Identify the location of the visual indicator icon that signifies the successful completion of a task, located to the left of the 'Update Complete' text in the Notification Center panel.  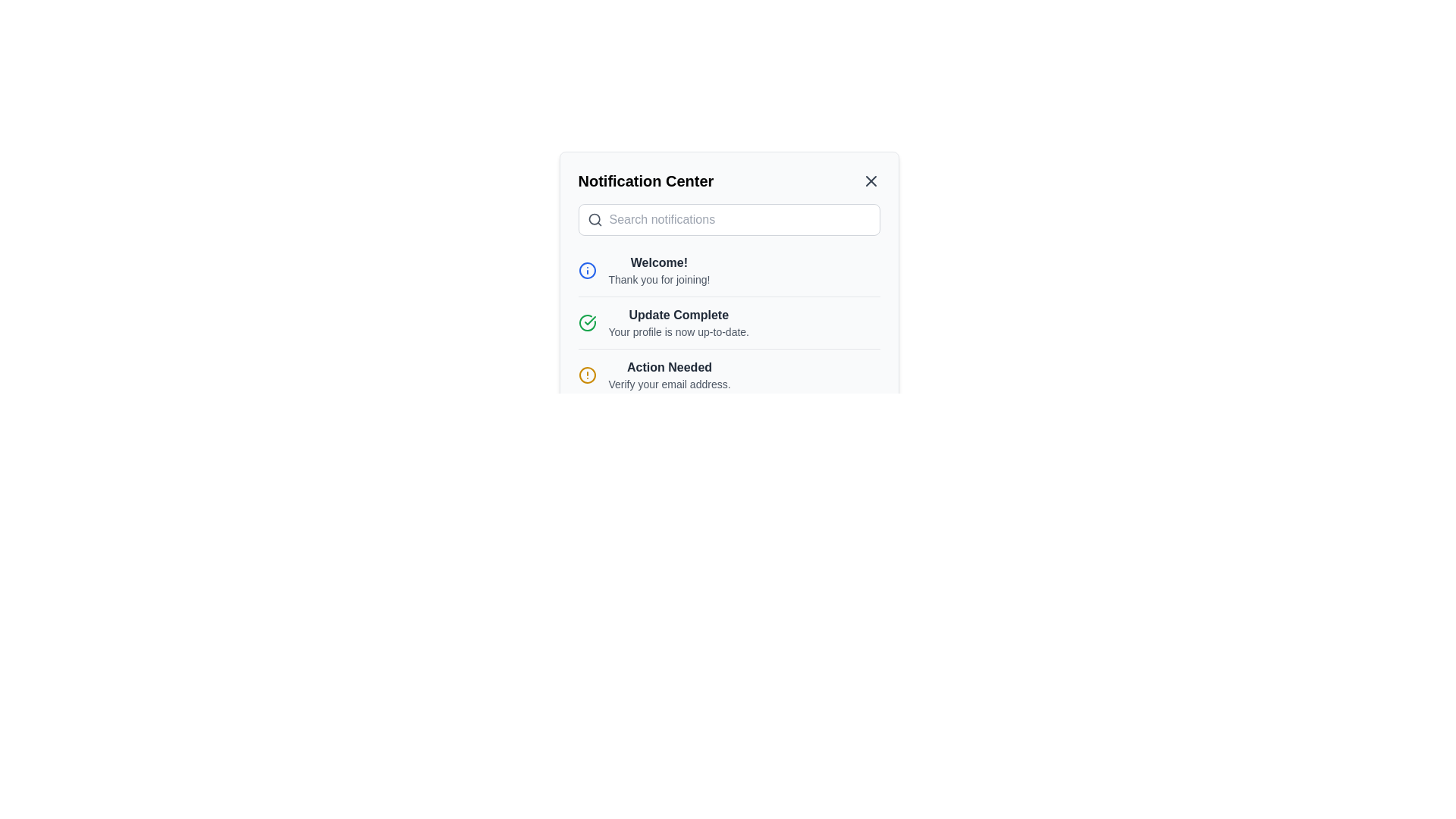
(586, 322).